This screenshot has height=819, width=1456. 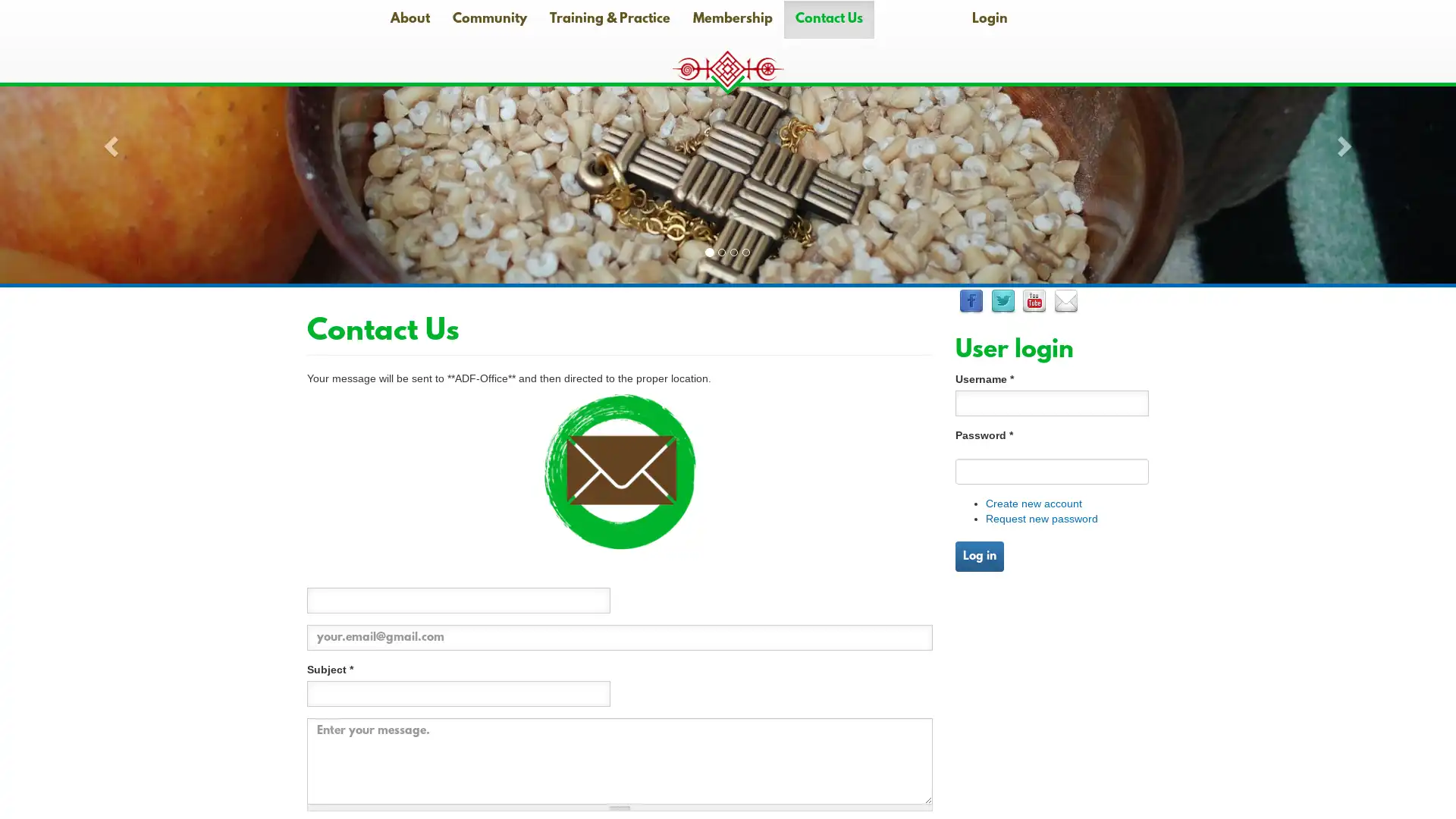 I want to click on Log in, so click(x=979, y=555).